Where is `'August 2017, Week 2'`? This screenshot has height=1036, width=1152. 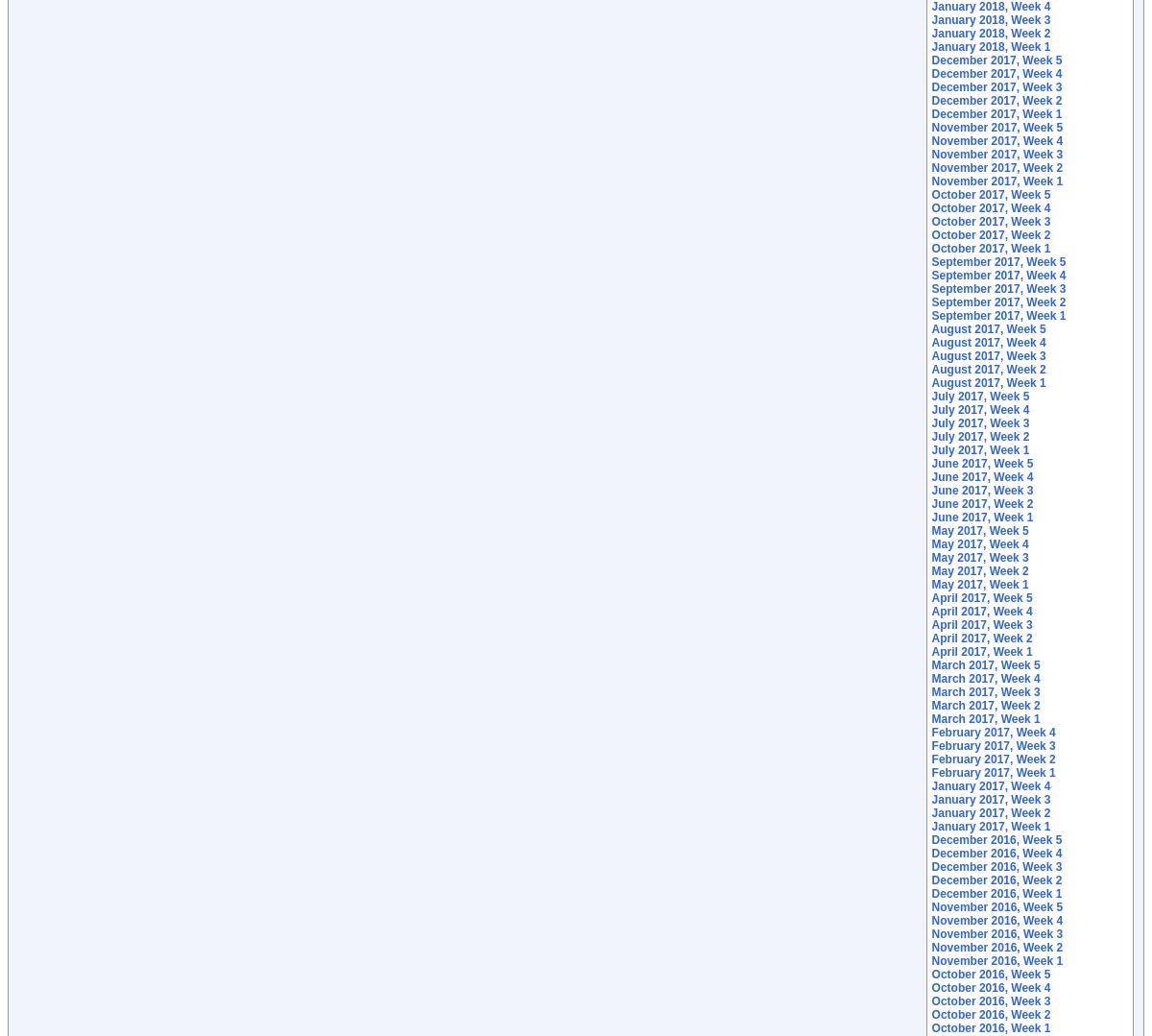 'August 2017, Week 2' is located at coordinates (988, 368).